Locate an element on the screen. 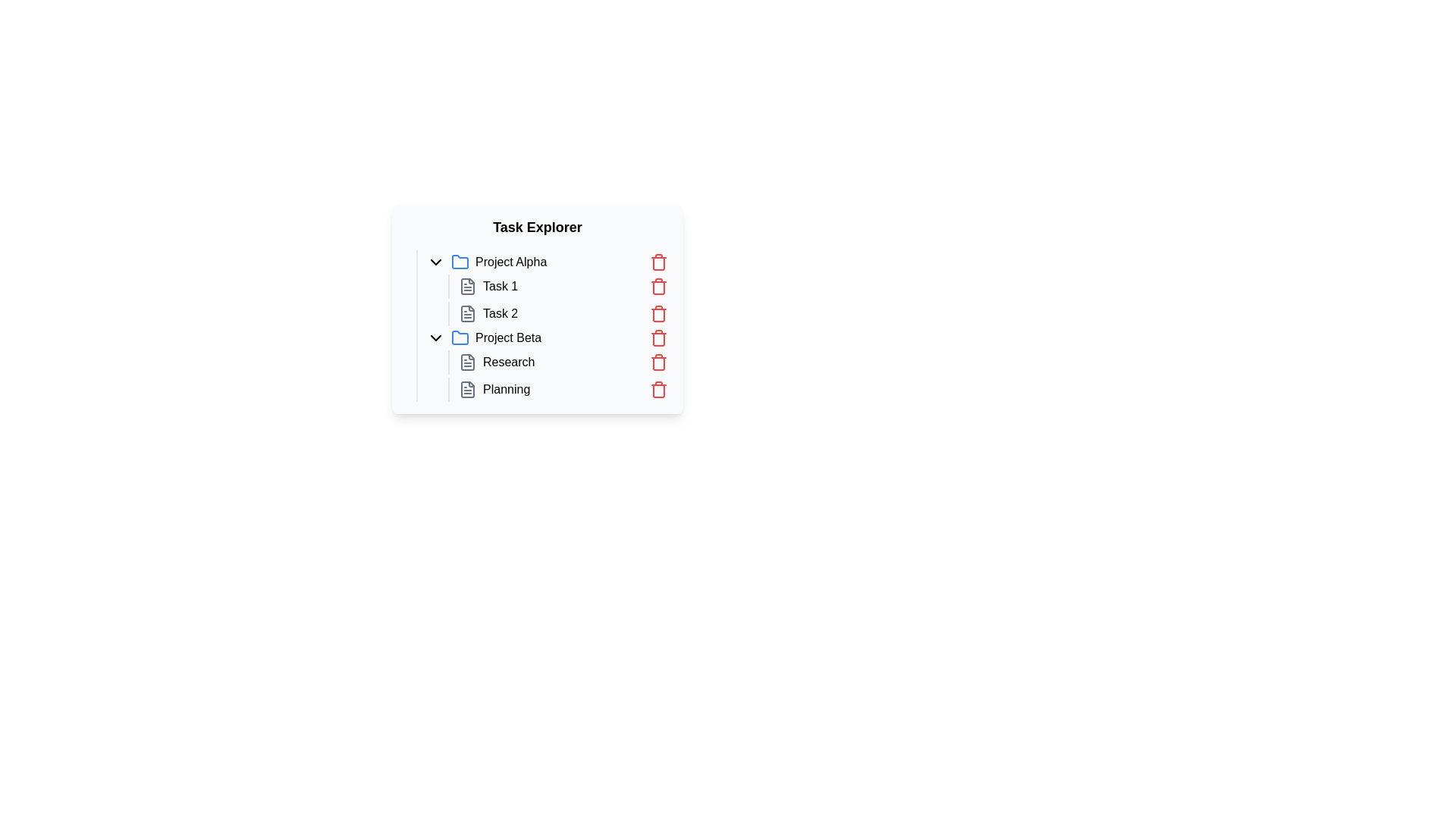 The width and height of the screenshot is (1456, 819). the text label 'Task 2' in the task management interface, which is part of the list under 'Project Alpha' is located at coordinates (500, 312).